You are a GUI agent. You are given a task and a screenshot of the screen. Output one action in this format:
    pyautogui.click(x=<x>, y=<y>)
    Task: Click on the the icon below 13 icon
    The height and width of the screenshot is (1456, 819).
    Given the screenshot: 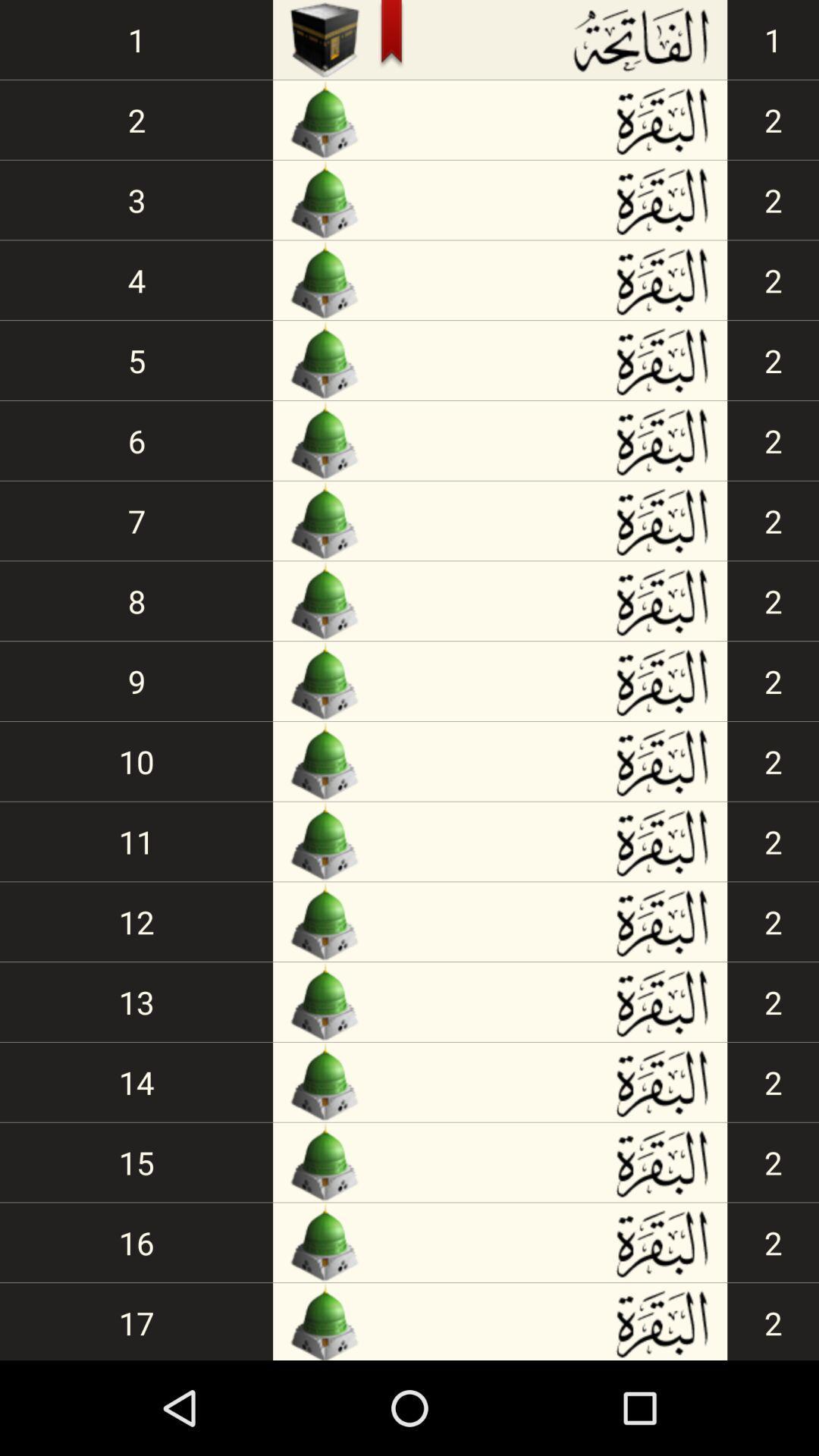 What is the action you would take?
    pyautogui.click(x=136, y=1081)
    